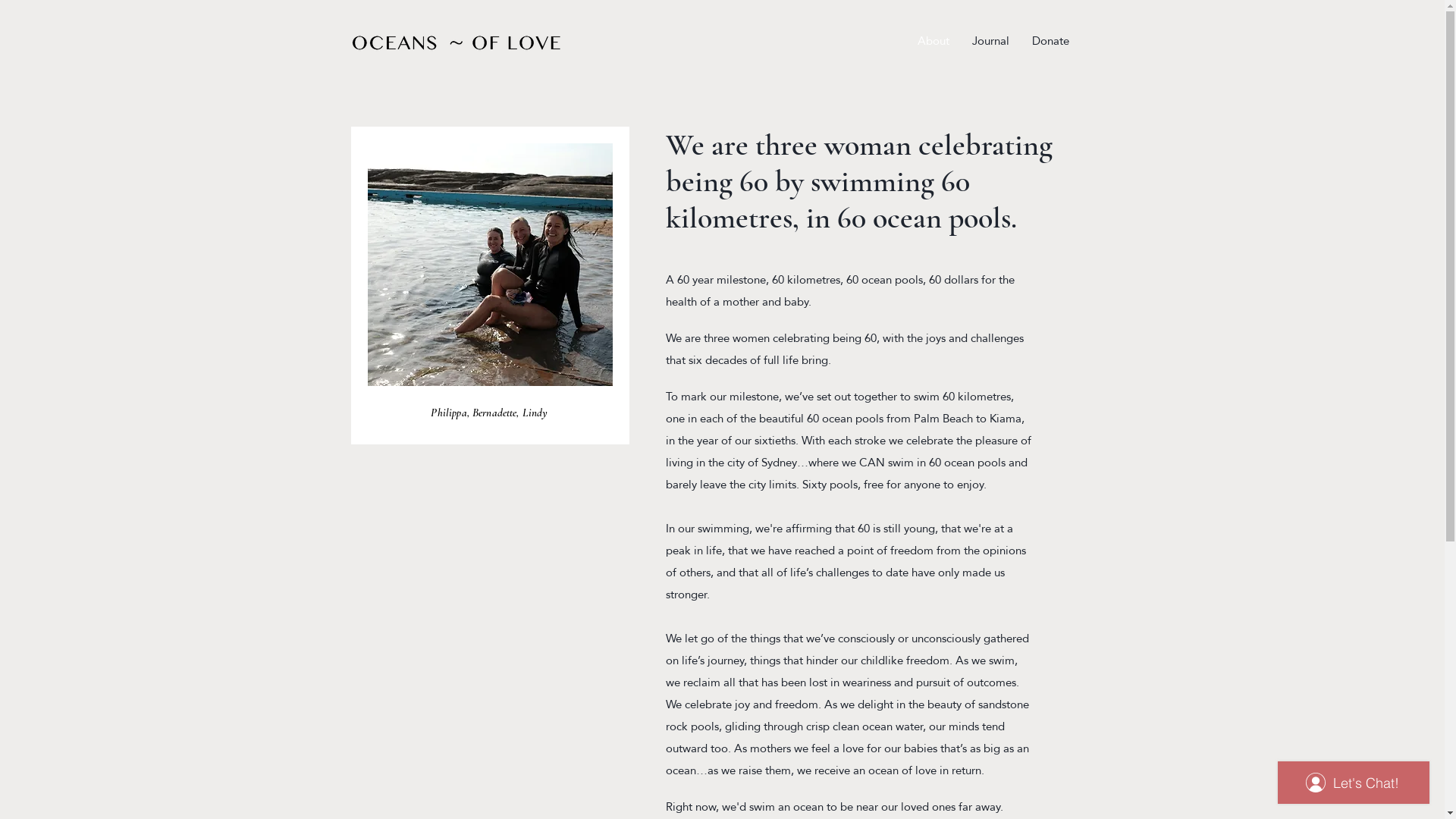 This screenshot has height=819, width=1456. Describe the element at coordinates (1050, 40) in the screenshot. I see `'Donate'` at that location.